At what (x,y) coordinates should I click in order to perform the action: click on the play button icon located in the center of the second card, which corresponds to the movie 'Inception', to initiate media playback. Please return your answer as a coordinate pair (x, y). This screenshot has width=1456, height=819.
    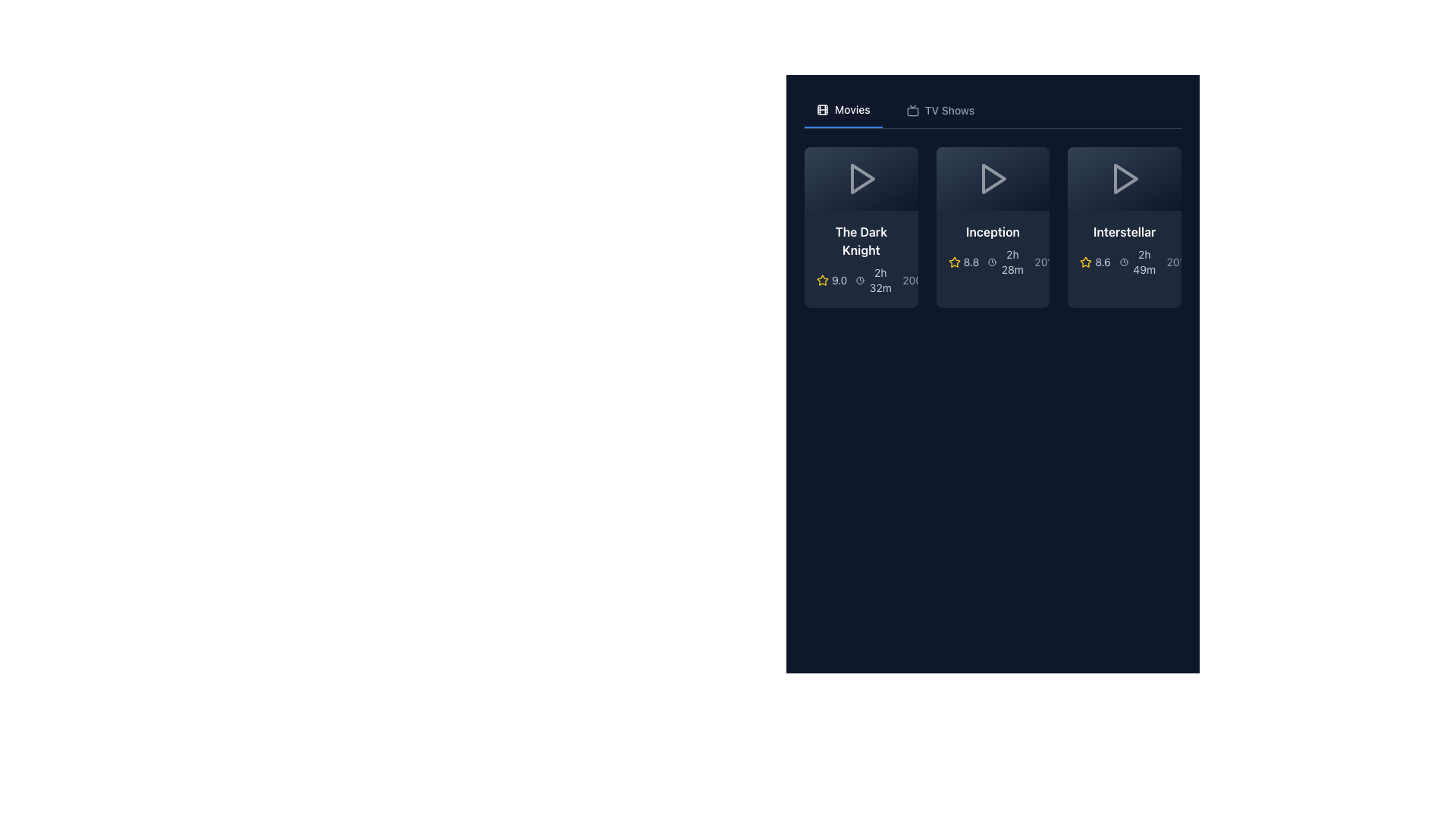
    Looking at the image, I should click on (993, 178).